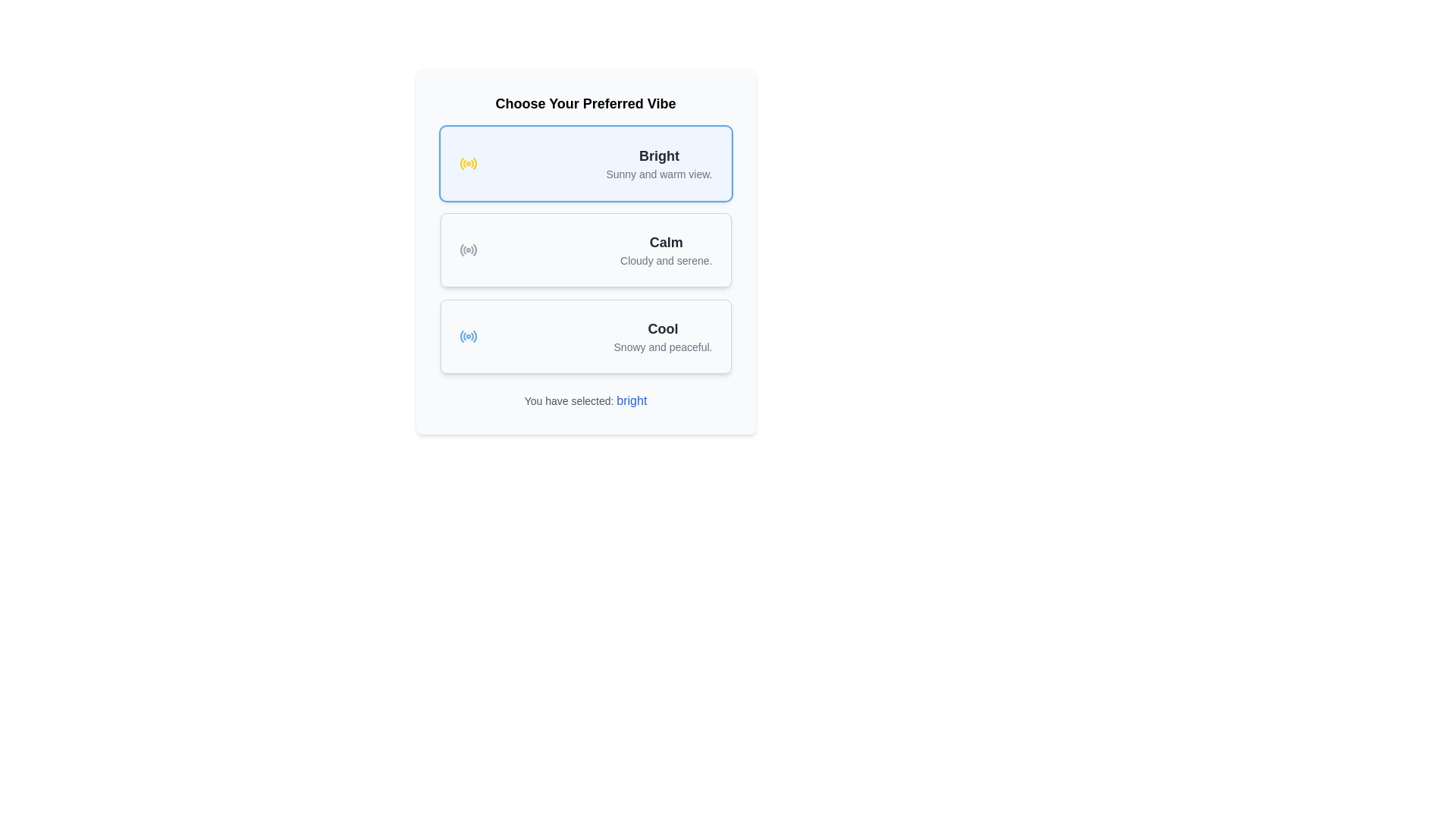 Image resolution: width=1456 pixels, height=819 pixels. What do you see at coordinates (666, 249) in the screenshot?
I see `the text label element displaying the word 'Calm' styled in bold and larger font above the description 'Cloudy and serene'` at bounding box center [666, 249].